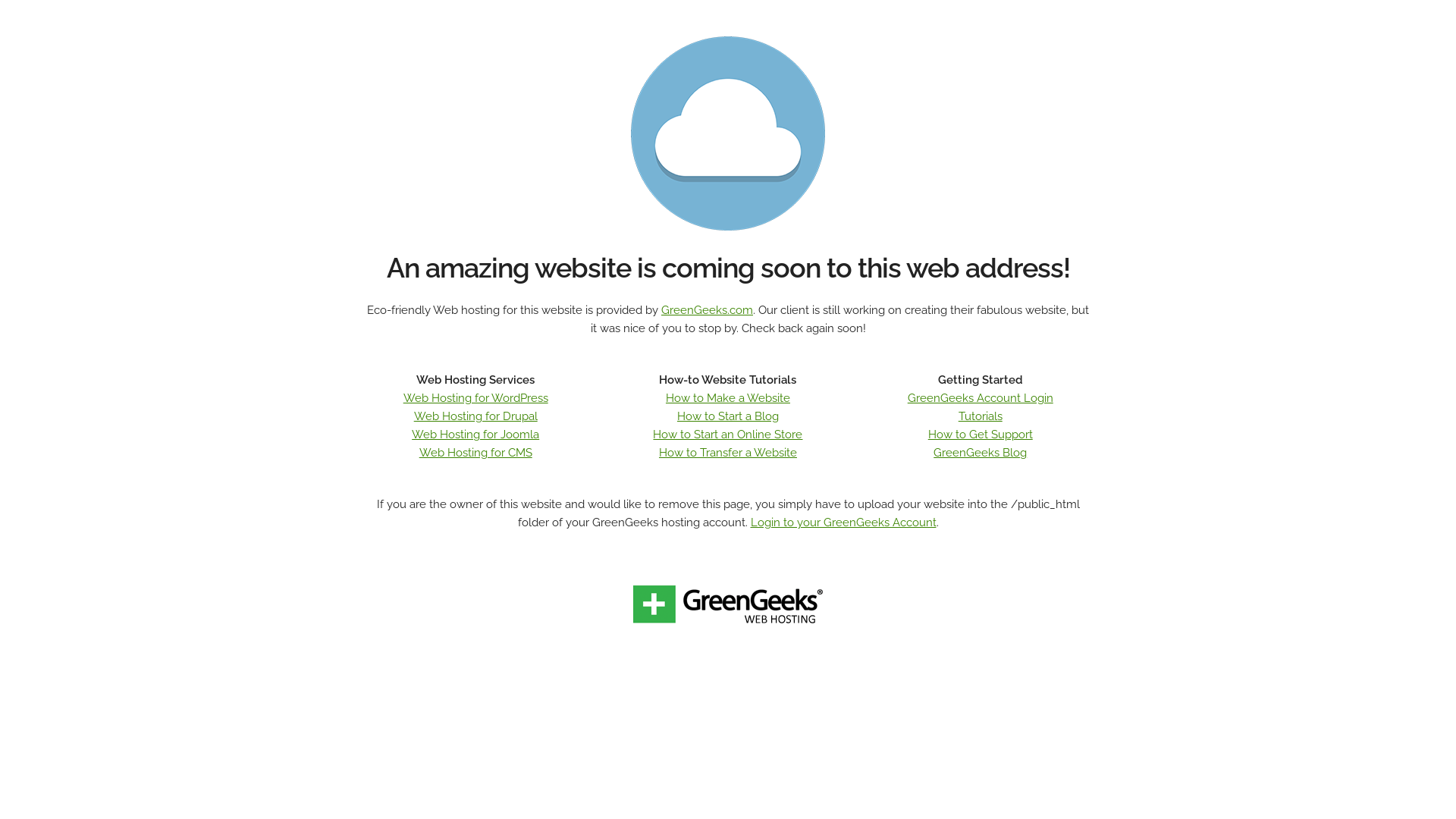  I want to click on 'GreenGeeks Blog', so click(980, 452).